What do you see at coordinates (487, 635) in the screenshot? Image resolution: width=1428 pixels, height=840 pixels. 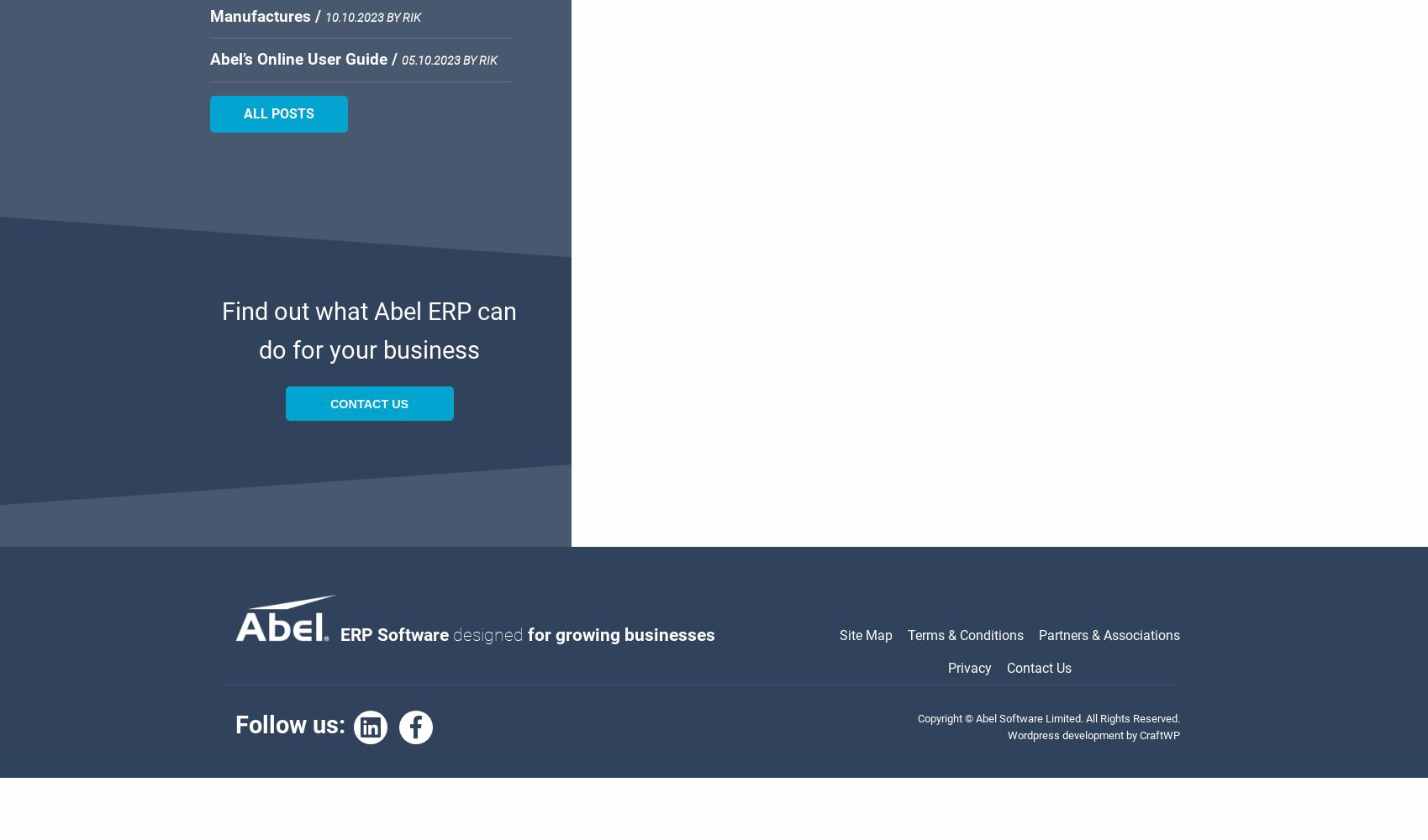 I see `'designed'` at bounding box center [487, 635].